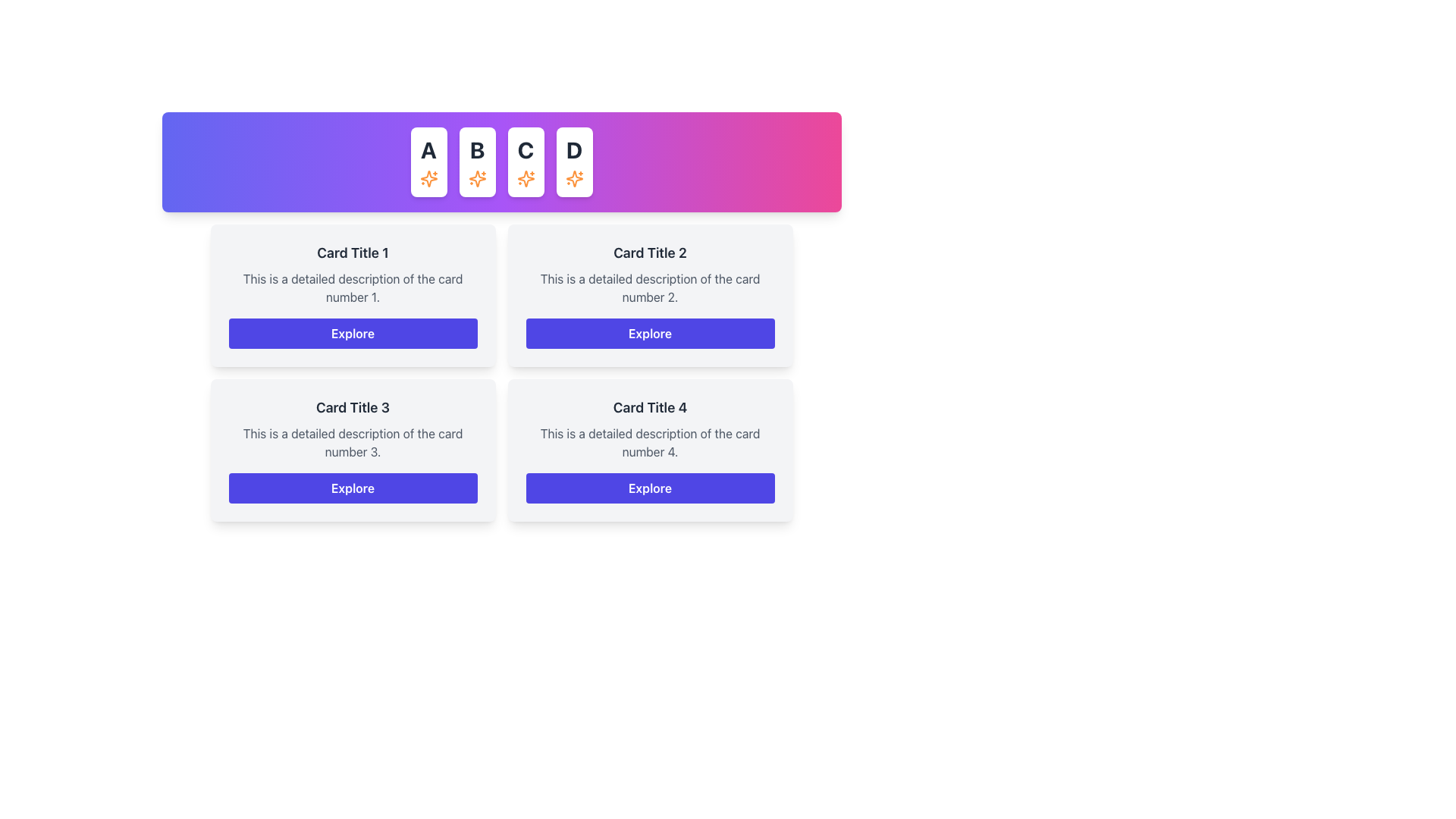 This screenshot has width=1456, height=819. What do you see at coordinates (352, 332) in the screenshot?
I see `the 'Explore' button located at the bottom of the card panel with the heading 'Card Title 1'` at bounding box center [352, 332].